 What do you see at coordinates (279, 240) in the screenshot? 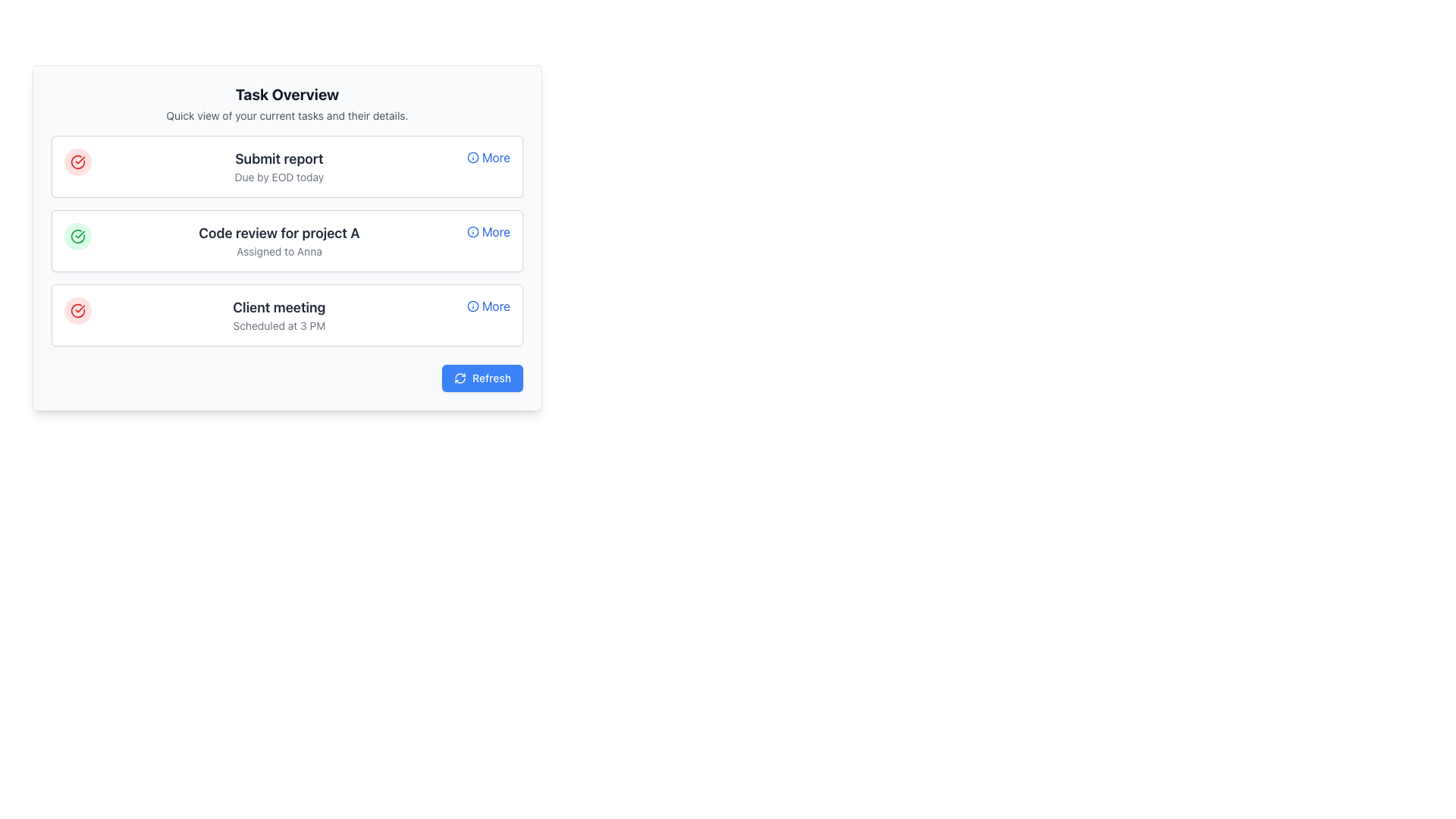
I see `the Text block that provides information about a specific task, detailing its title and assignee, located centrally within the second task item in a vertical list of tasks` at bounding box center [279, 240].